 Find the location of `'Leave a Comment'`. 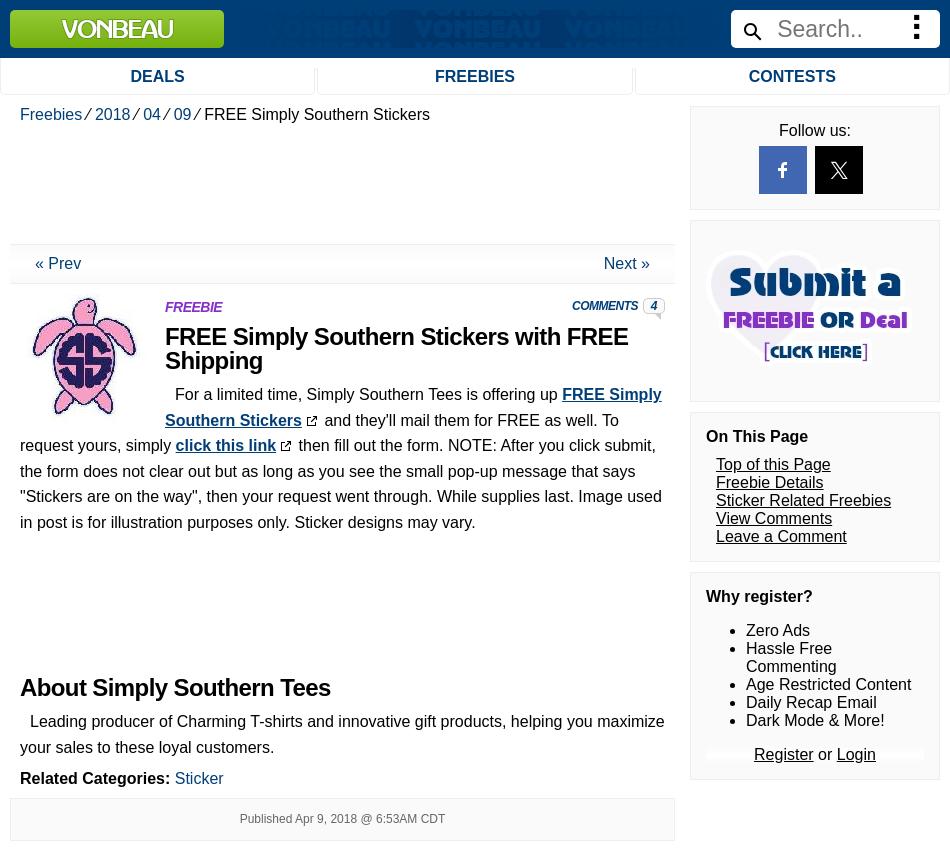

'Leave a Comment' is located at coordinates (715, 35).